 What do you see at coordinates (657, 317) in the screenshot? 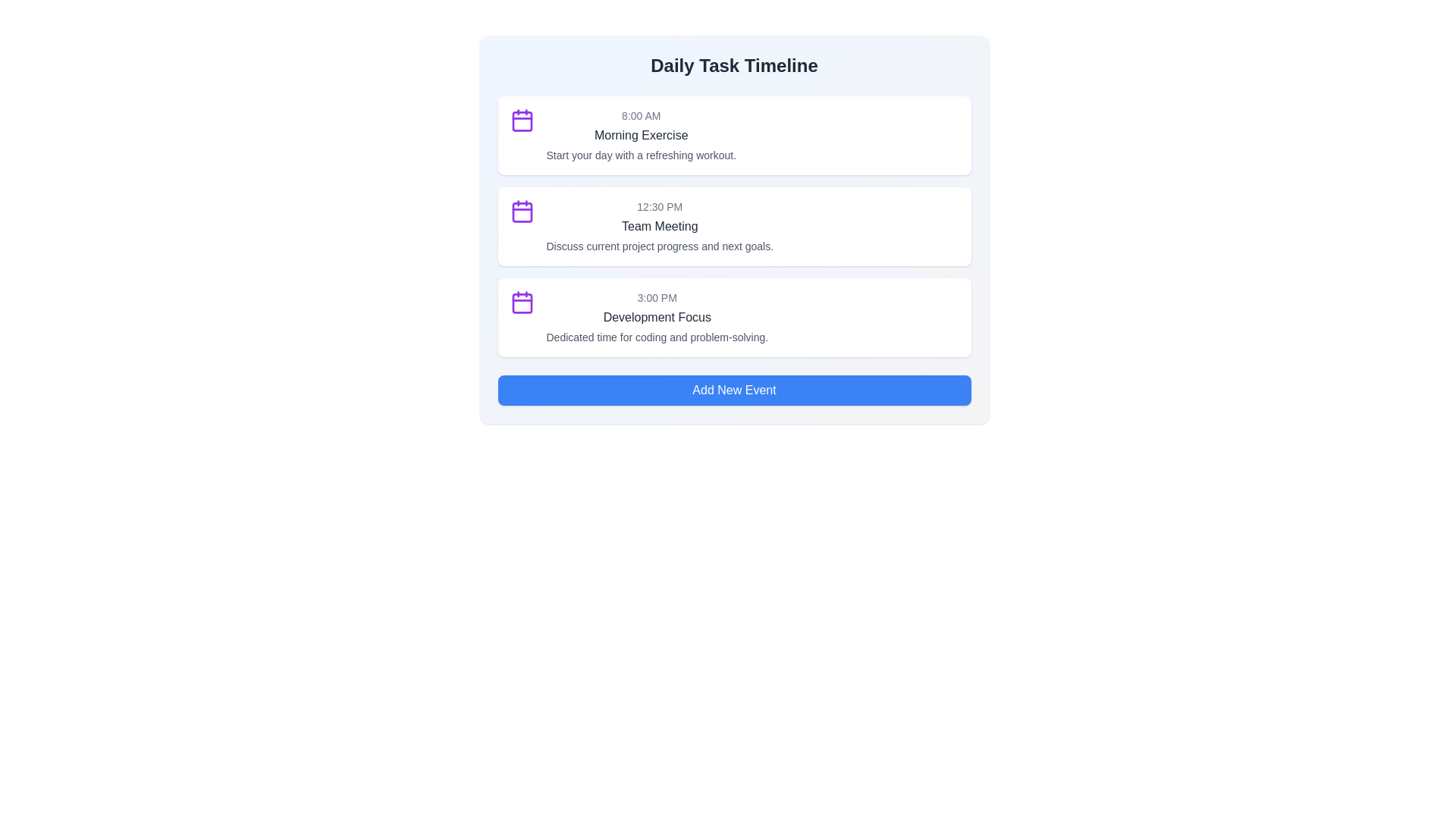
I see `title information from the text label that serves as the header for the timeline event, located centrally under the time label '3:00 PM'` at bounding box center [657, 317].